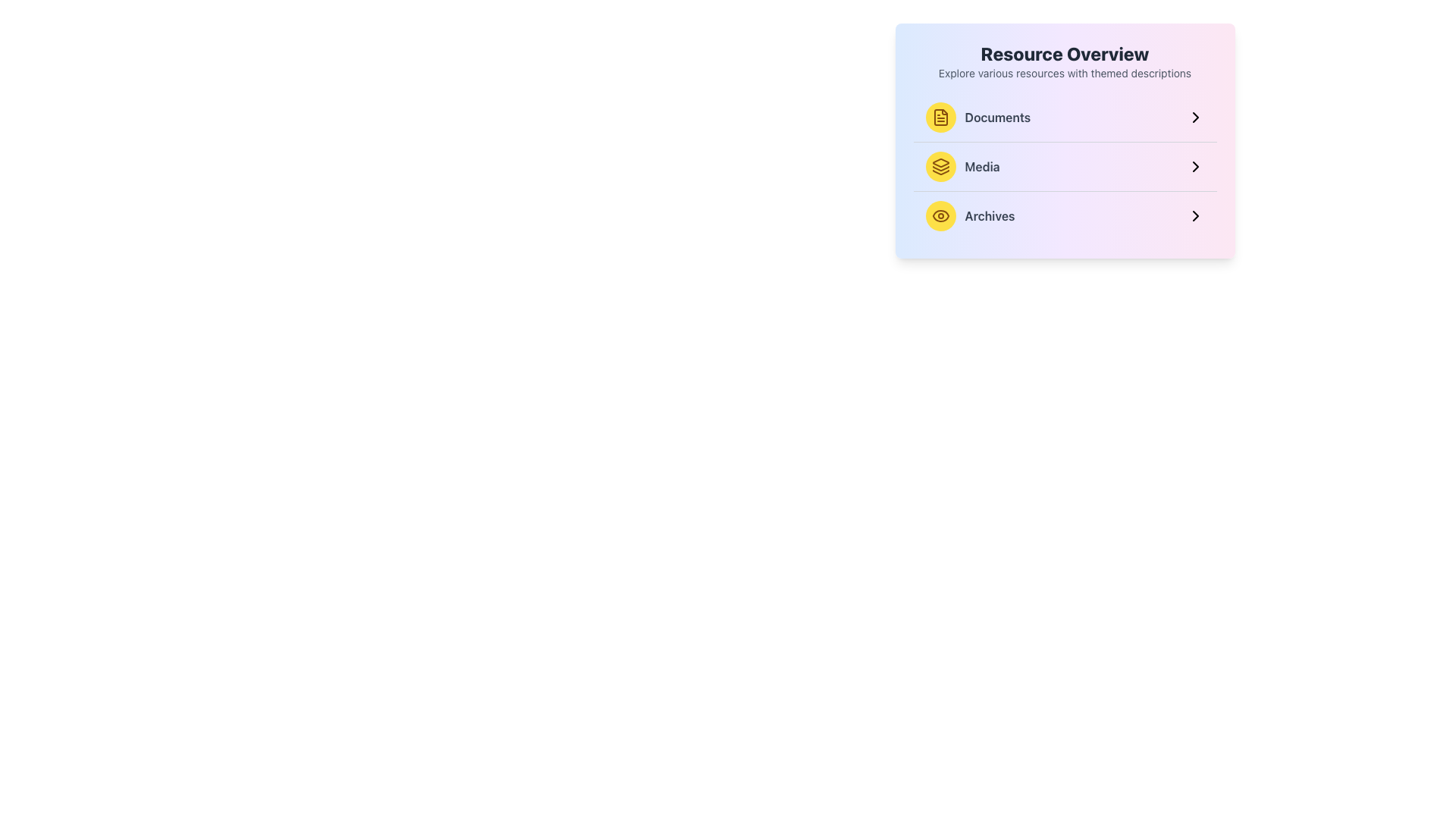 The height and width of the screenshot is (819, 1456). Describe the element at coordinates (940, 116) in the screenshot. I see `the small yellow-shaded icon resembling a document, located to the left of the 'Documents' label in the 'Resource Overview' card` at that location.